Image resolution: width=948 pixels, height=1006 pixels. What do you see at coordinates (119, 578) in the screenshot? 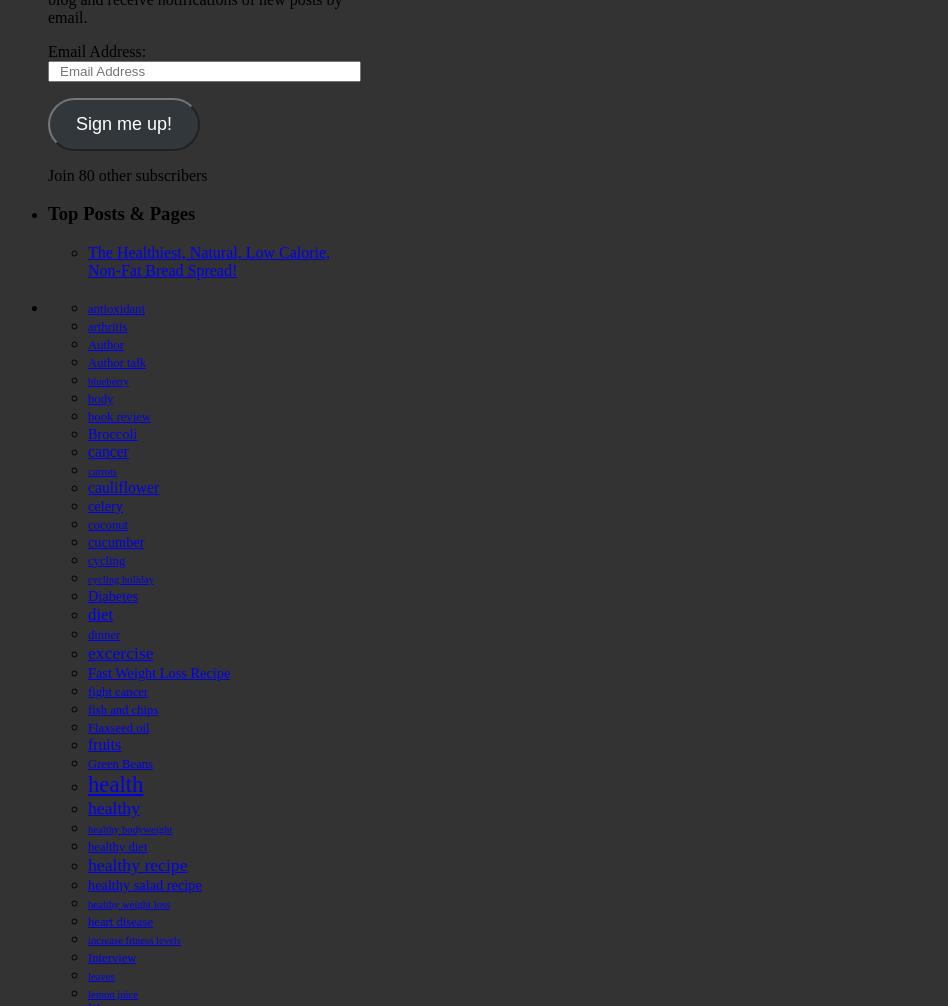
I see `'cycling holiday'` at bounding box center [119, 578].